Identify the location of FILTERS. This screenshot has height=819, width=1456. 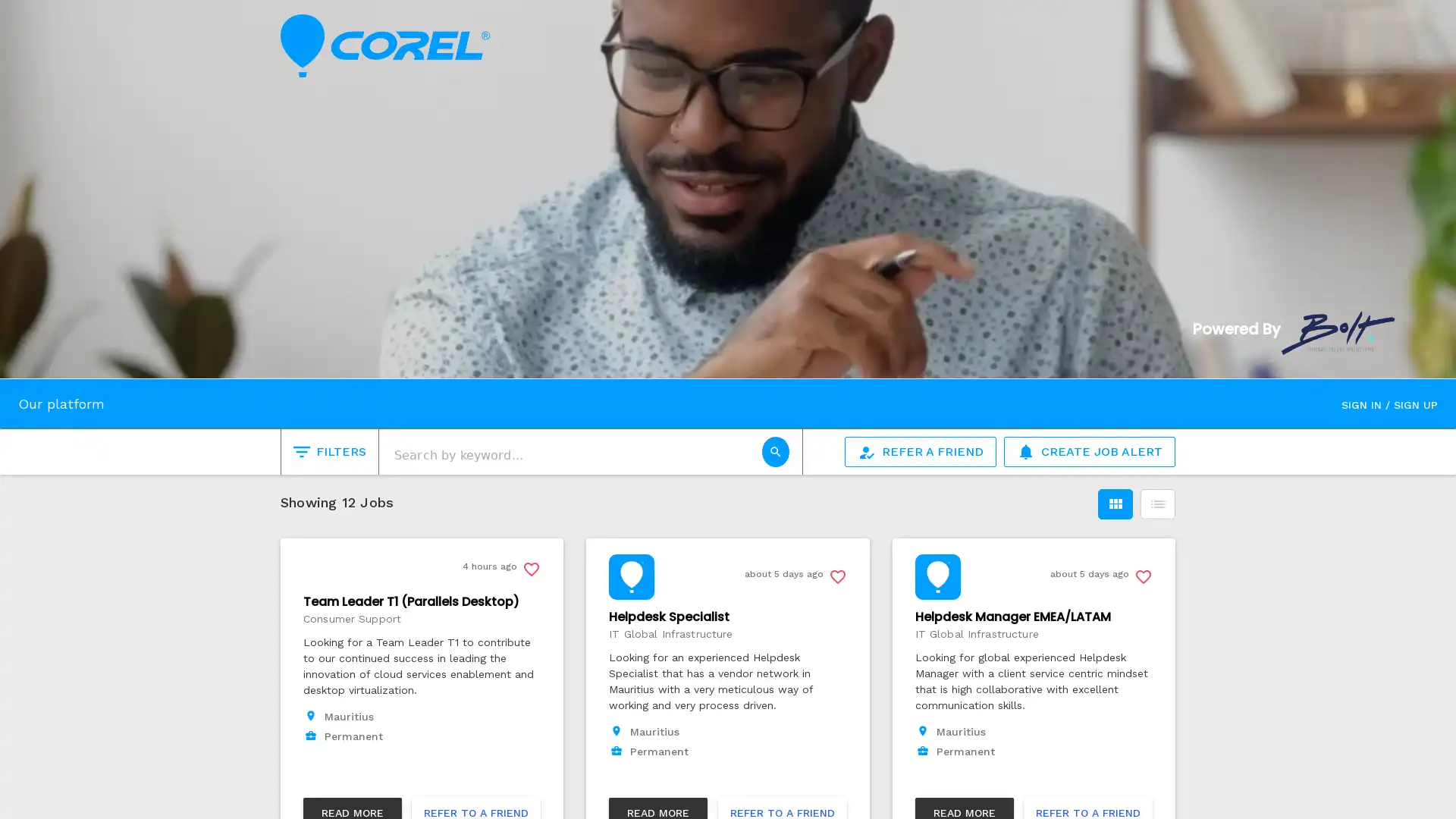
(329, 451).